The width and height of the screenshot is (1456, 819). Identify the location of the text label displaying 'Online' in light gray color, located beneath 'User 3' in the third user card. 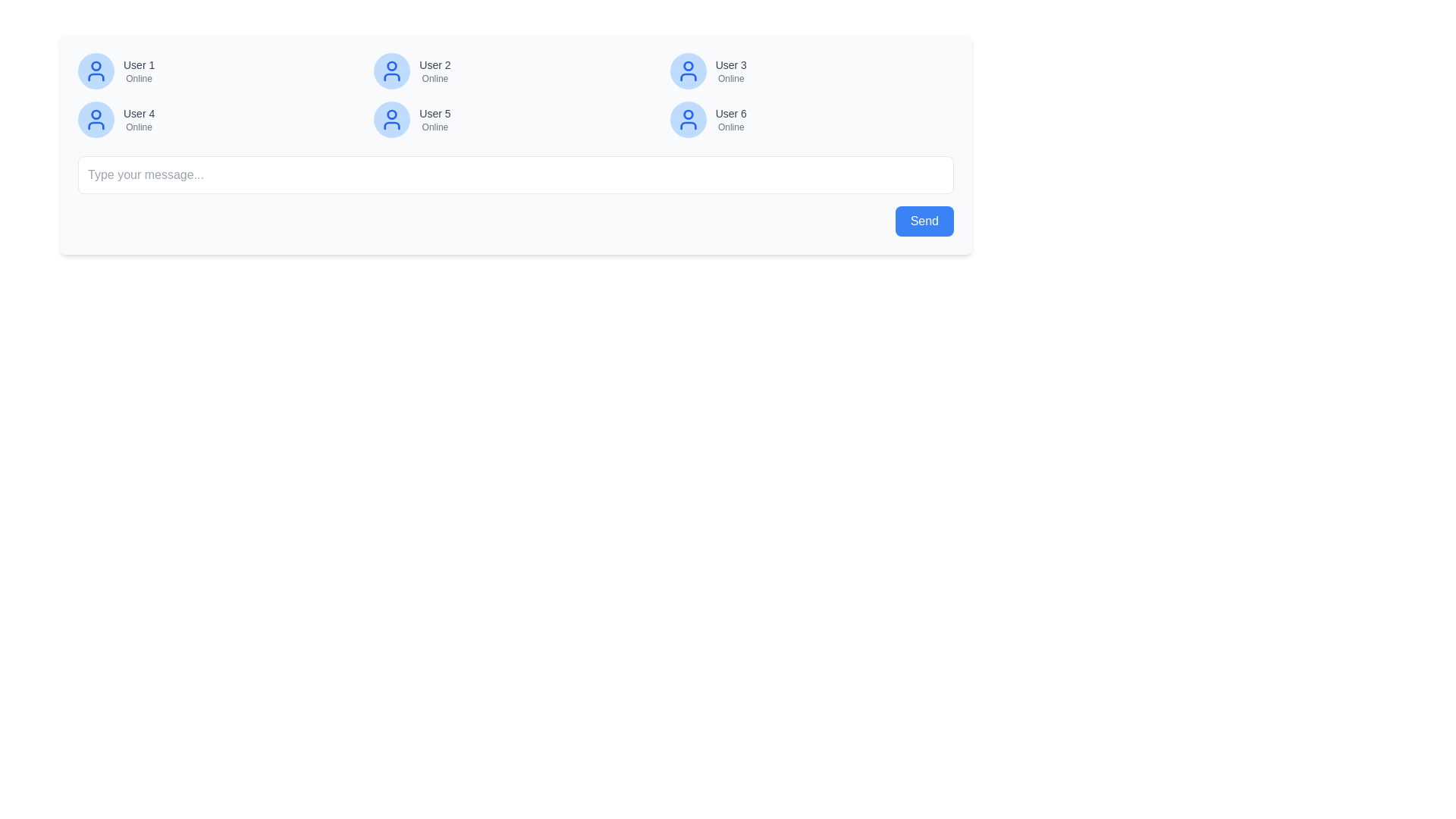
(731, 79).